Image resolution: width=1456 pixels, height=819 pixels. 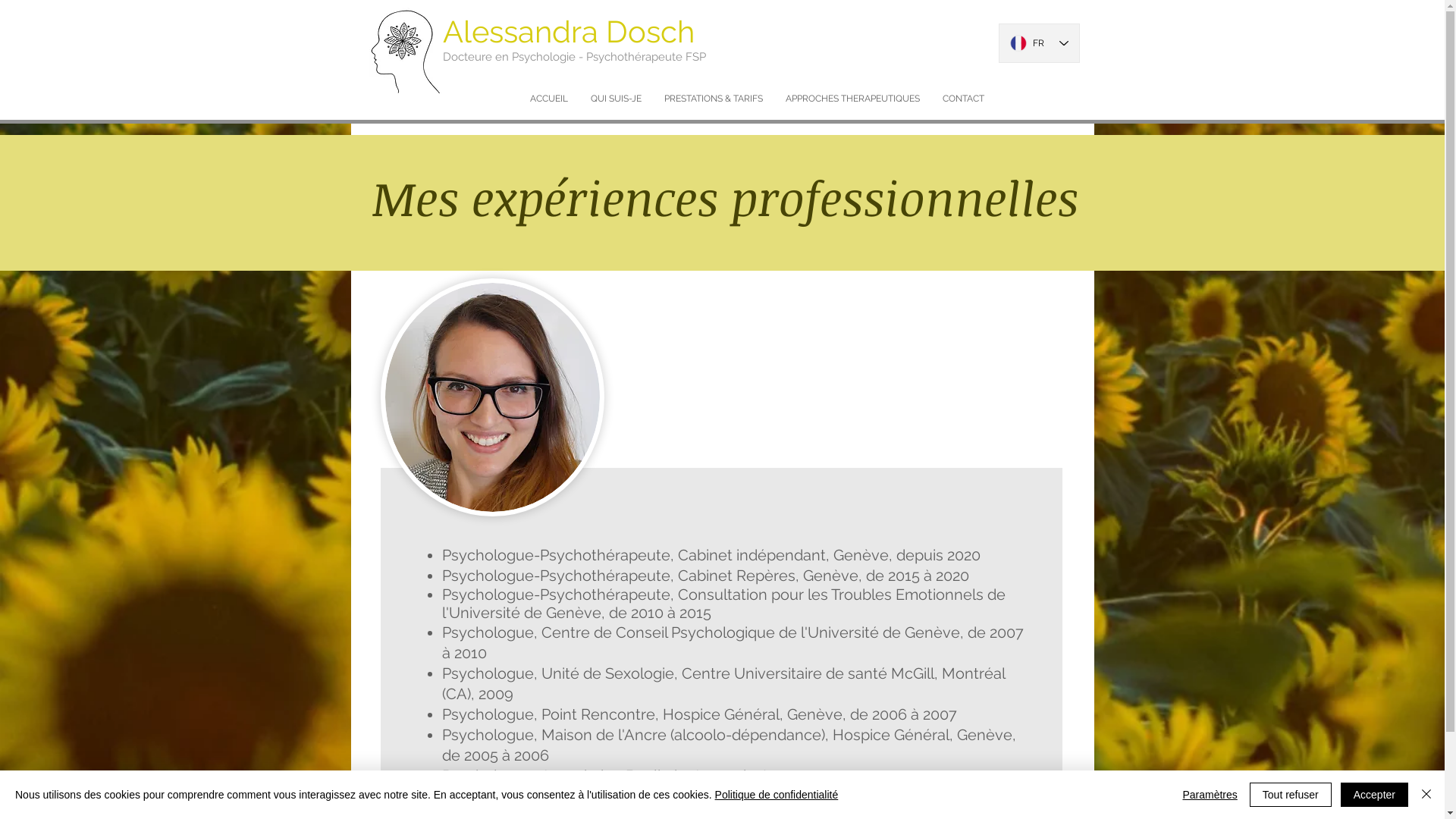 I want to click on 'CONTACT', so click(x=962, y=99).